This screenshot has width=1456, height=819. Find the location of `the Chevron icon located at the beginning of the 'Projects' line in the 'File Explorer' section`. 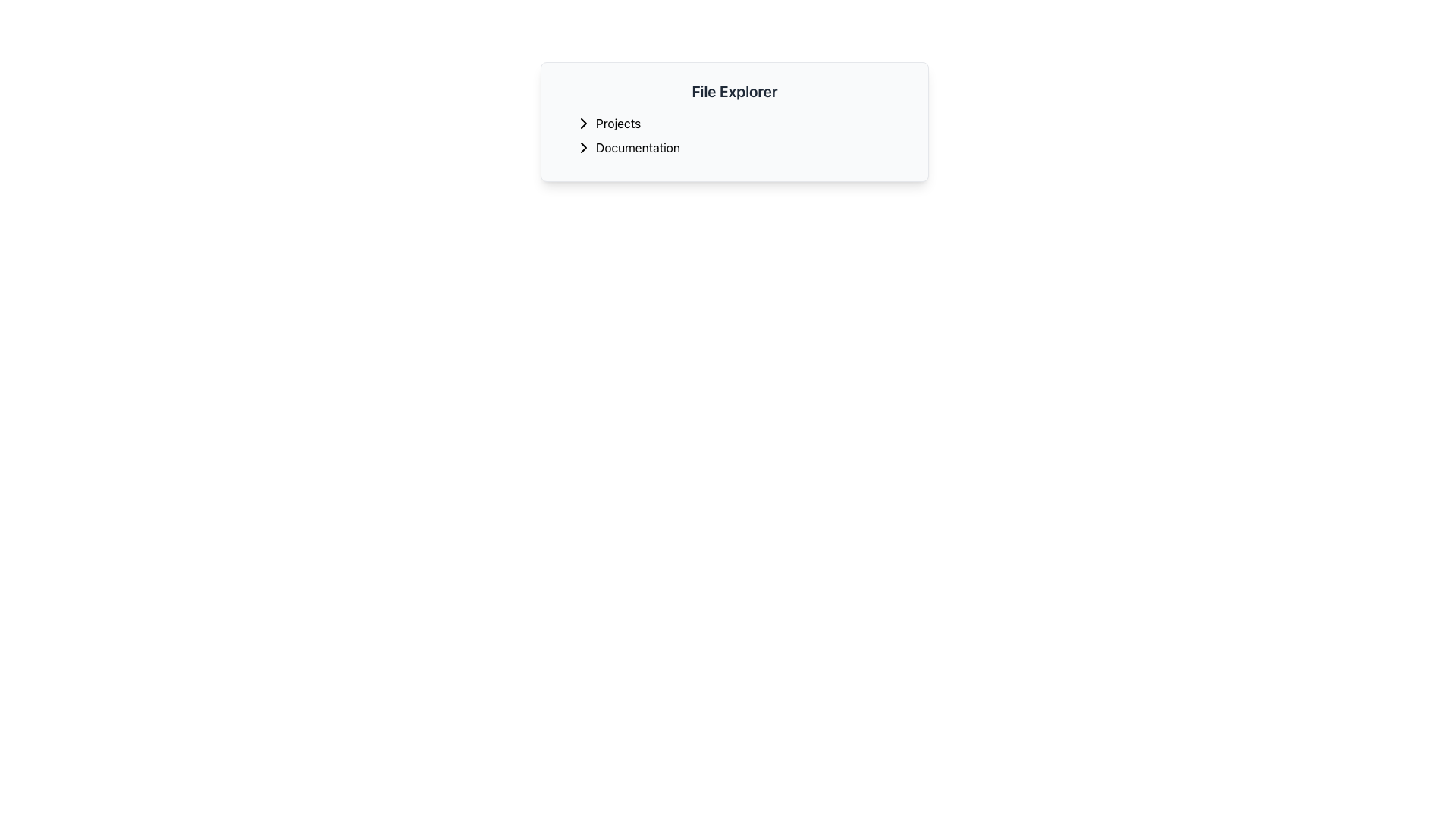

the Chevron icon located at the beginning of the 'Projects' line in the 'File Explorer' section is located at coordinates (582, 122).